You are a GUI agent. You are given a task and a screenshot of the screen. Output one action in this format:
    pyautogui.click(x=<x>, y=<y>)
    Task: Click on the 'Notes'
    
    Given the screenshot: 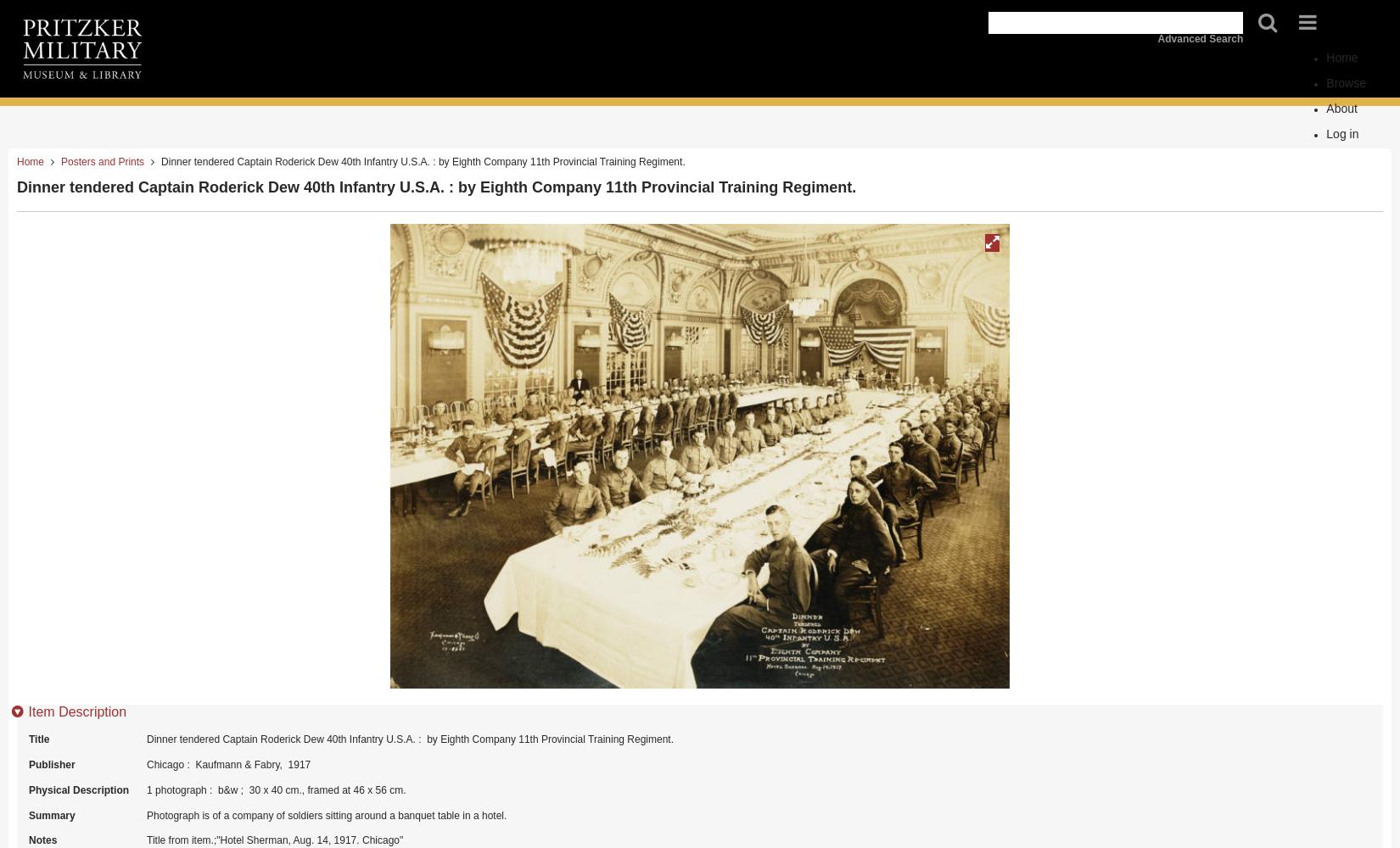 What is the action you would take?
    pyautogui.click(x=42, y=840)
    